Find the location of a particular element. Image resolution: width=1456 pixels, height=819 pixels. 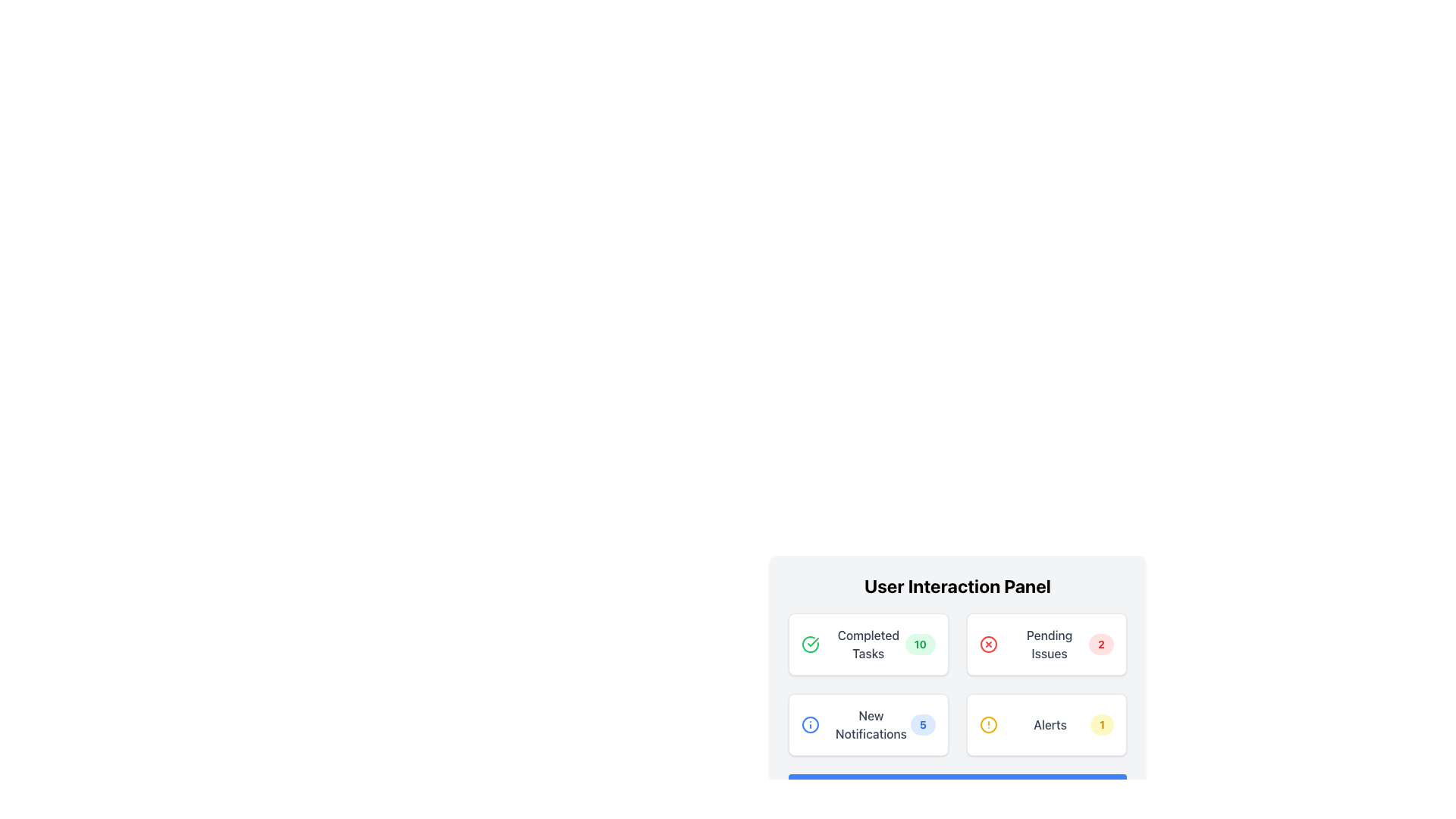

the information icon, which has a circular border and an 'i' symbol in the center, located in the lower-left quadrant of the 'User Interaction Panel' section is located at coordinates (810, 724).